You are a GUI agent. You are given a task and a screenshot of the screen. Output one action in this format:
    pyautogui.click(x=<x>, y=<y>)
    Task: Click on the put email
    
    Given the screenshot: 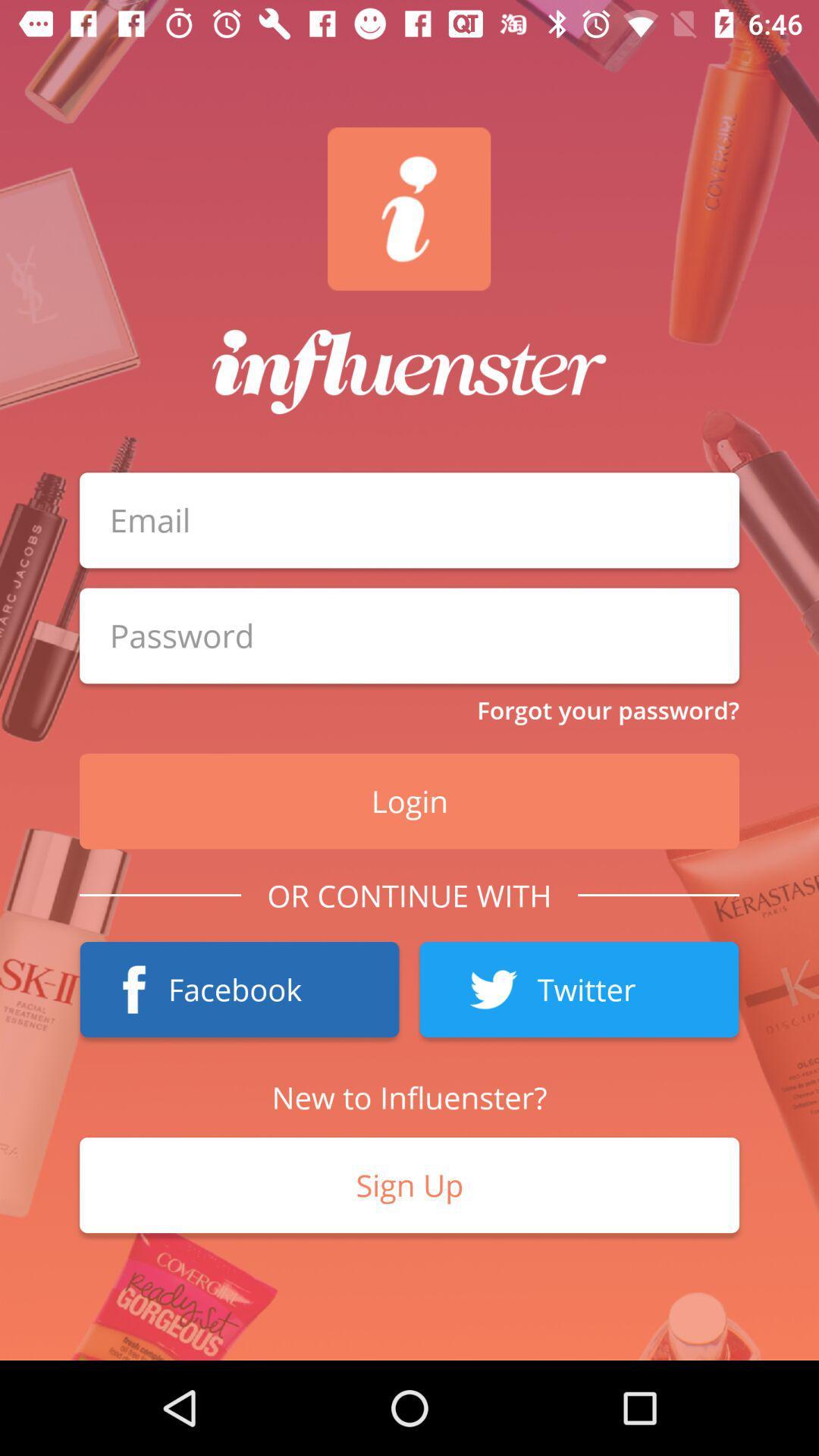 What is the action you would take?
    pyautogui.click(x=409, y=520)
    